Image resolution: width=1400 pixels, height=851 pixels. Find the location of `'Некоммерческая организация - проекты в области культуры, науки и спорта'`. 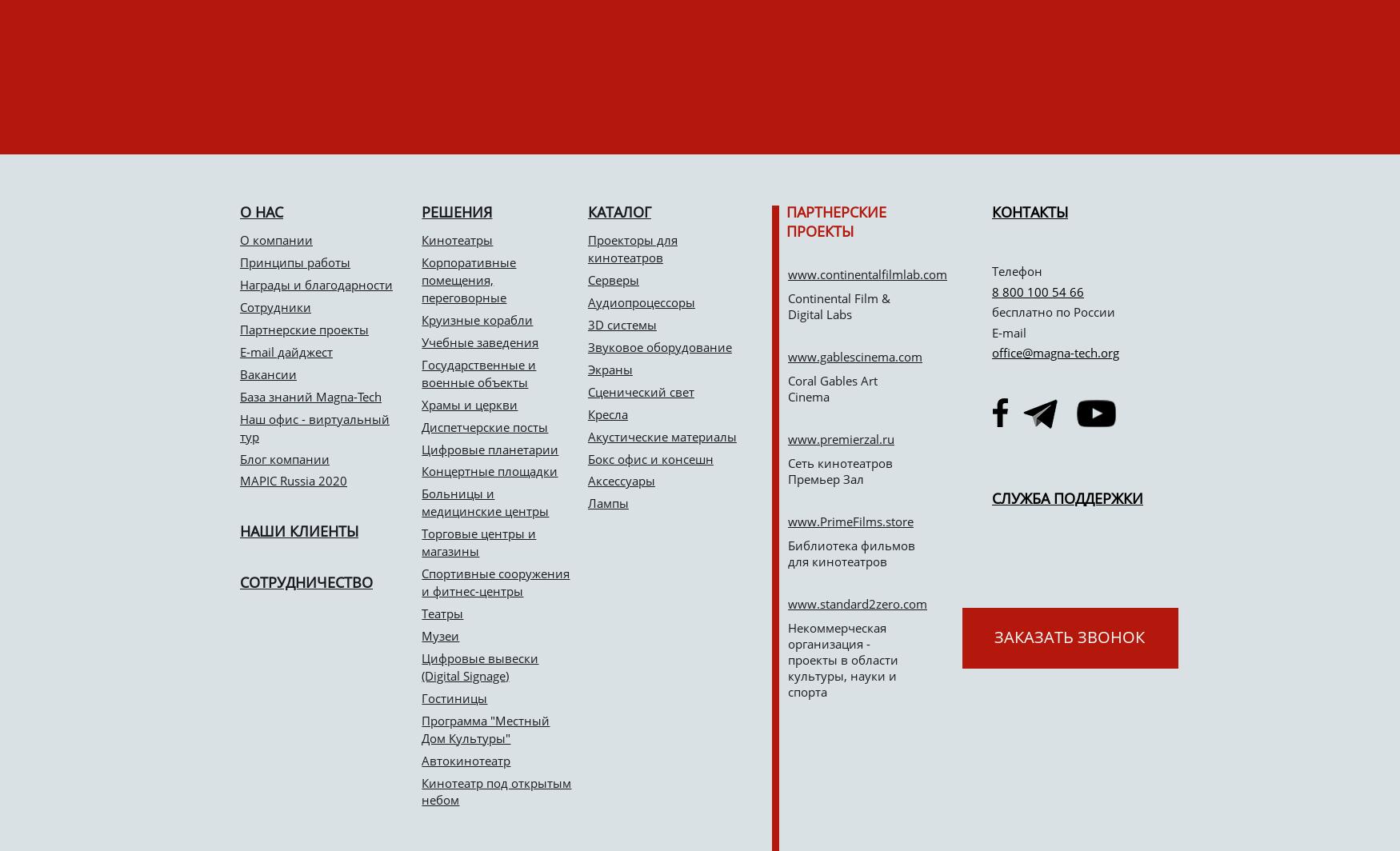

'Некоммерческая организация - проекты в области культуры, науки и спорта' is located at coordinates (842, 660).